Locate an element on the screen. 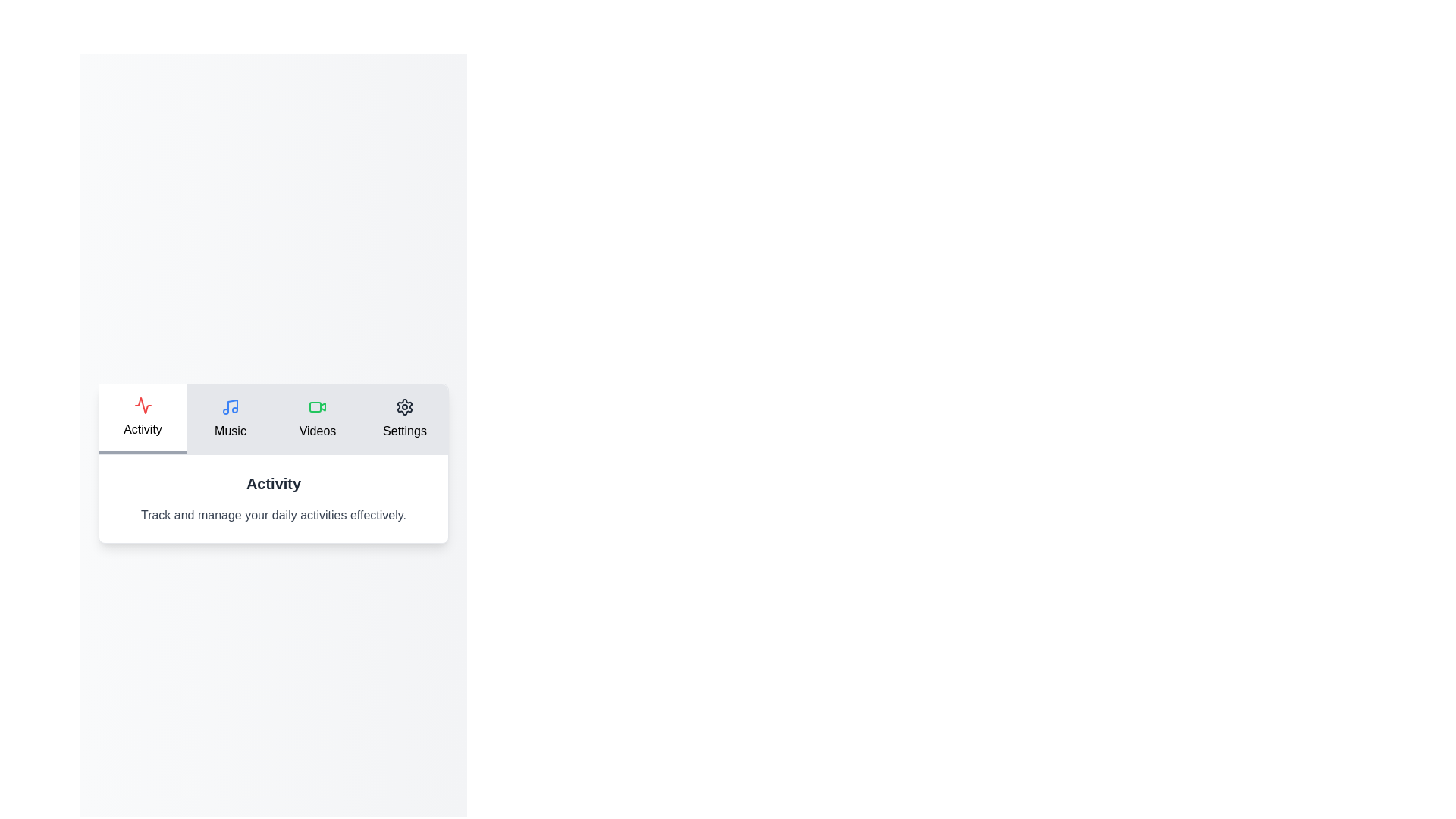 This screenshot has width=1456, height=819. the Activity tab to view its content is located at coordinates (143, 419).